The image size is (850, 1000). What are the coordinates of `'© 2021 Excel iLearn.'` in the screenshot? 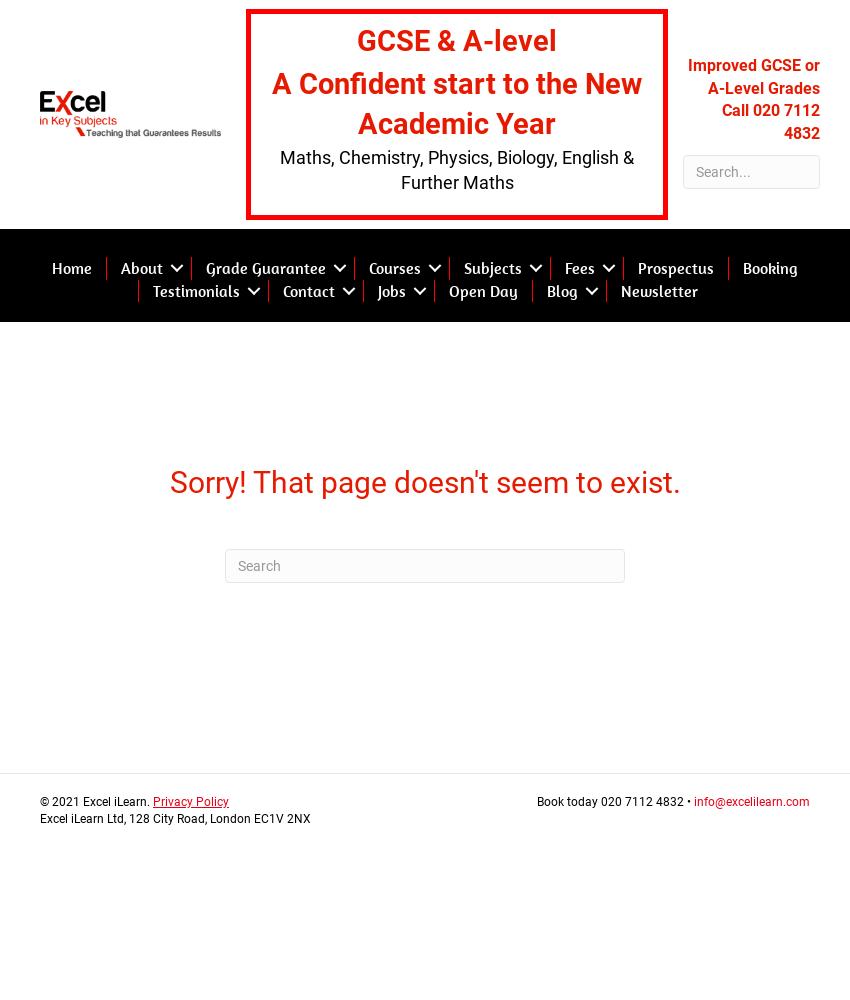 It's located at (95, 801).